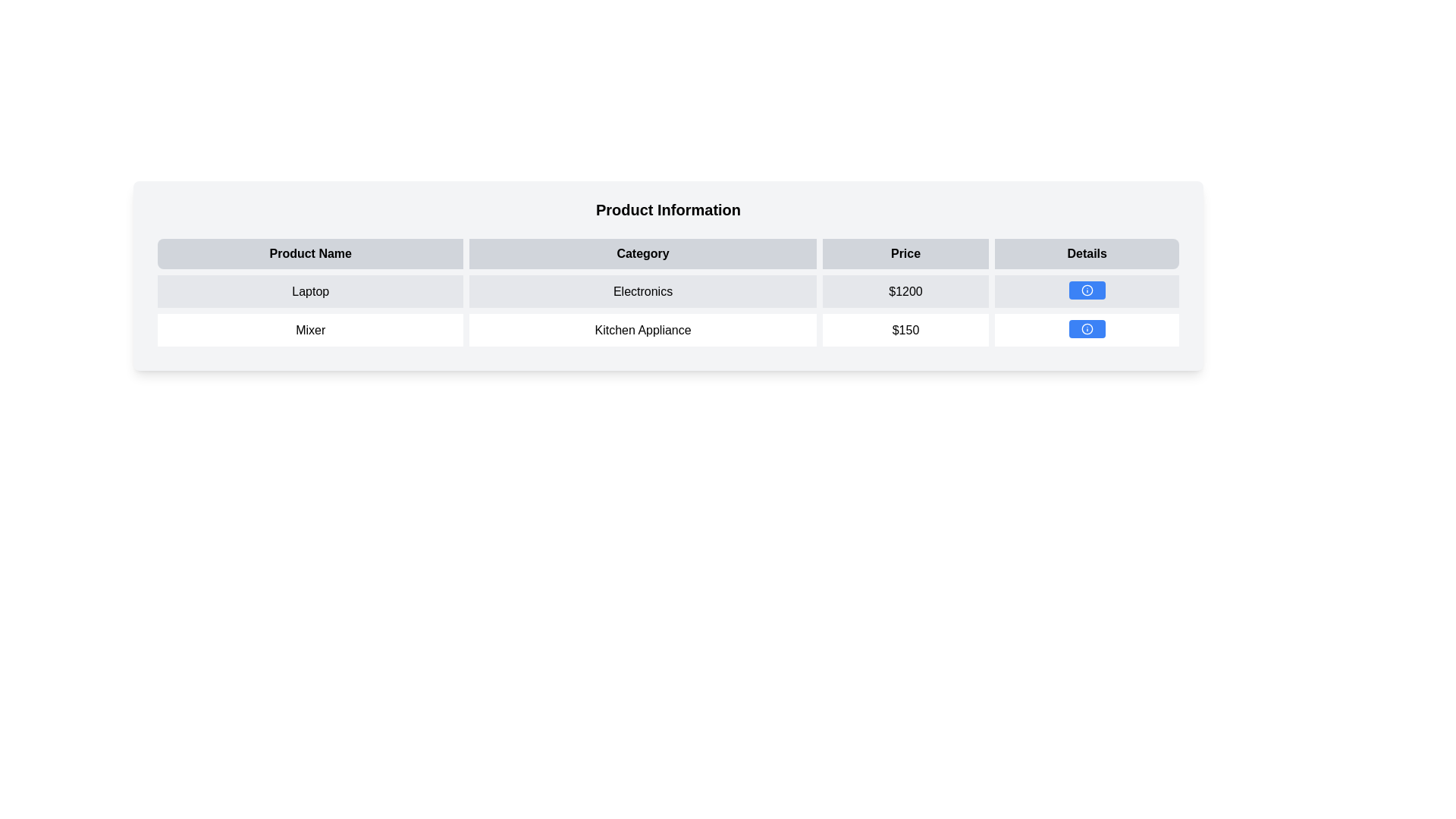 The height and width of the screenshot is (819, 1456). Describe the element at coordinates (1086, 328) in the screenshot. I see `the icon within the blue button located in the 'Details' column of the second row of the table` at that location.